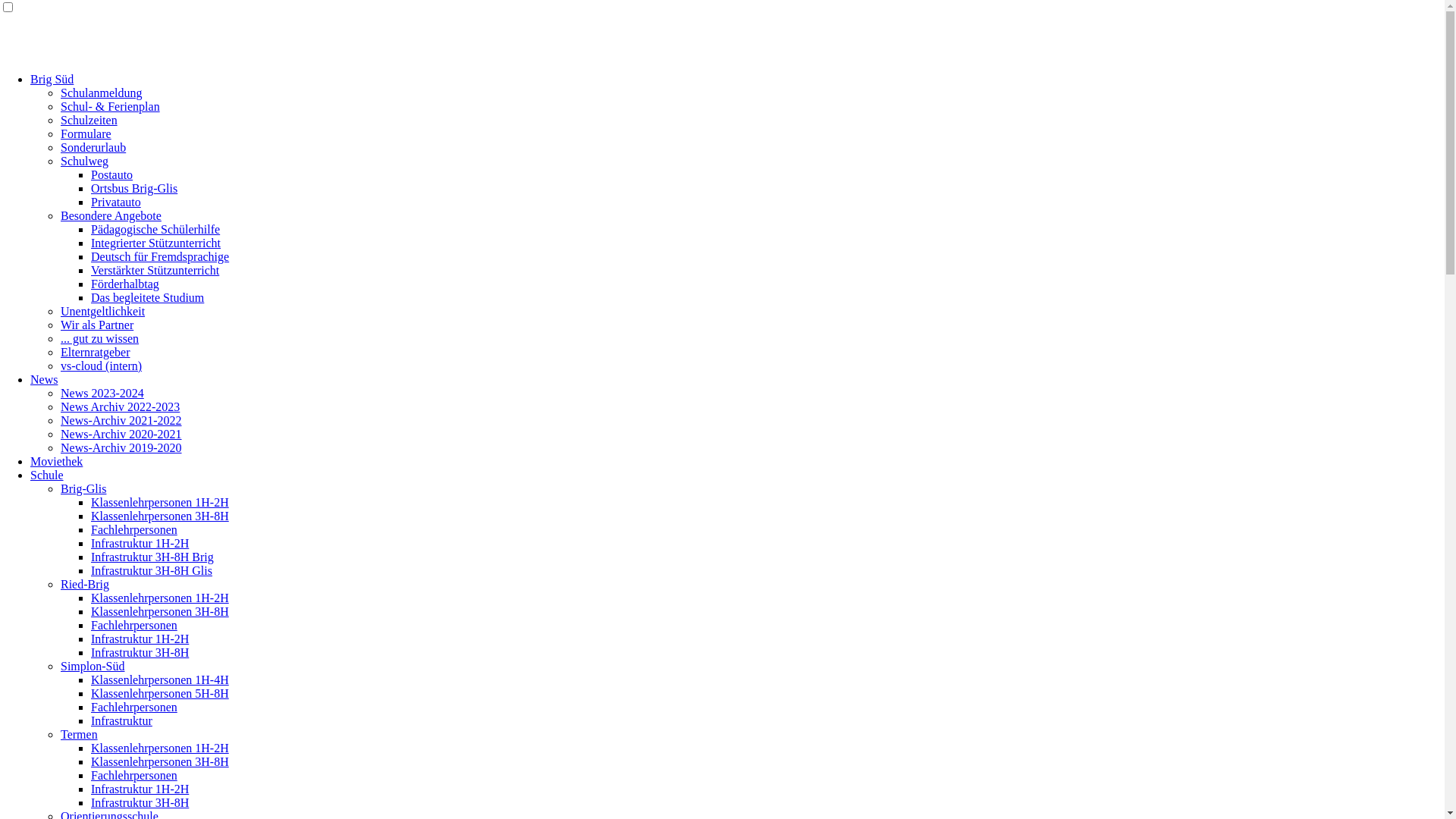 This screenshot has height=819, width=1456. I want to click on 'Schulzeiten', so click(88, 119).